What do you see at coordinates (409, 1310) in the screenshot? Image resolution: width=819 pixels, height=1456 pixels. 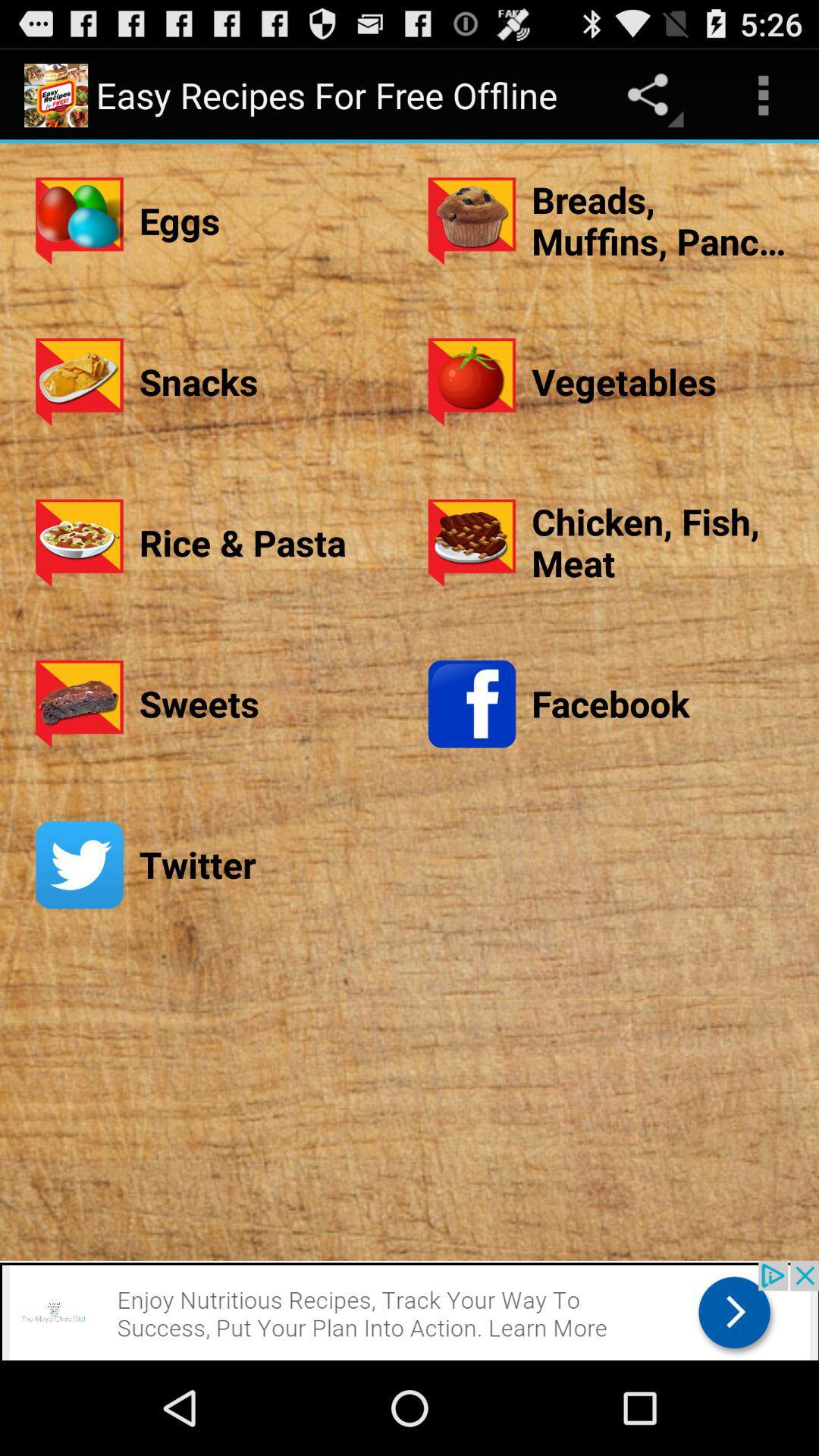 I see `click the advertisement` at bounding box center [409, 1310].